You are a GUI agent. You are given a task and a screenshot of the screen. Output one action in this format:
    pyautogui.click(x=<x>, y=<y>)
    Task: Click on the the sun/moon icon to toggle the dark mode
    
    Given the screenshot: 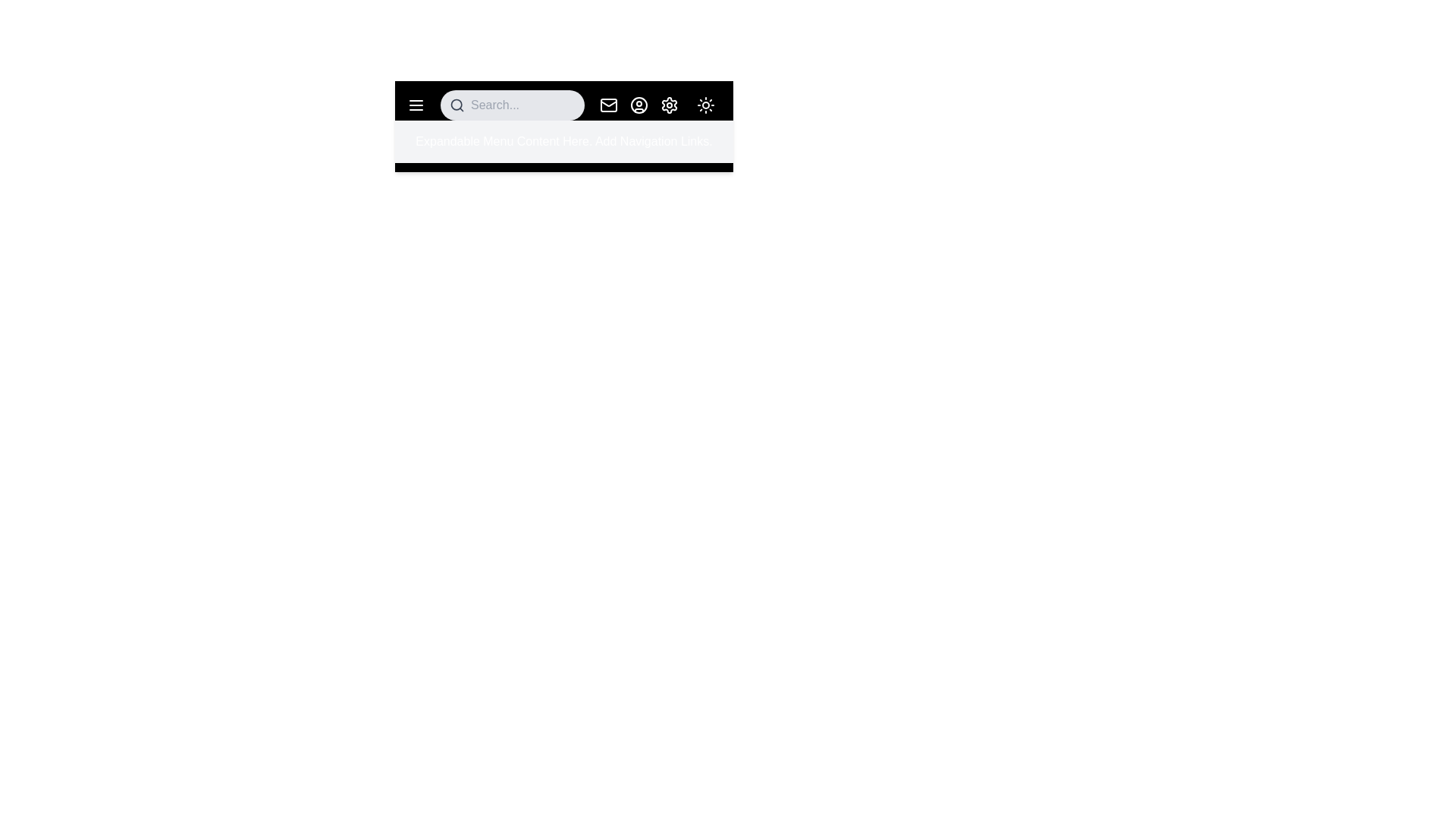 What is the action you would take?
    pyautogui.click(x=705, y=104)
    